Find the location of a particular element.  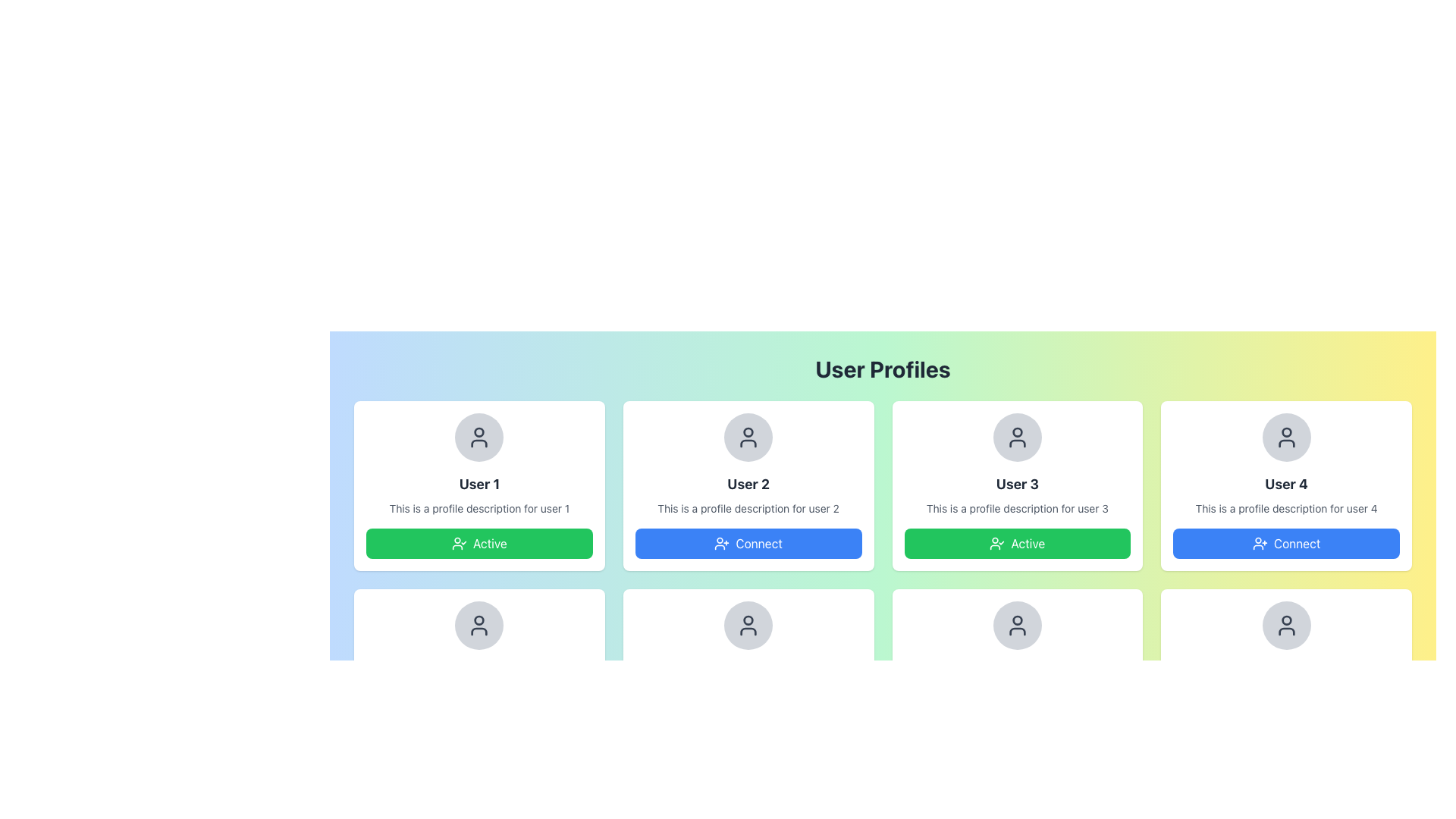

the 'User 1' text label, which is bold and larger than surrounding text, located in the first profile card below the user profile icon is located at coordinates (479, 485).